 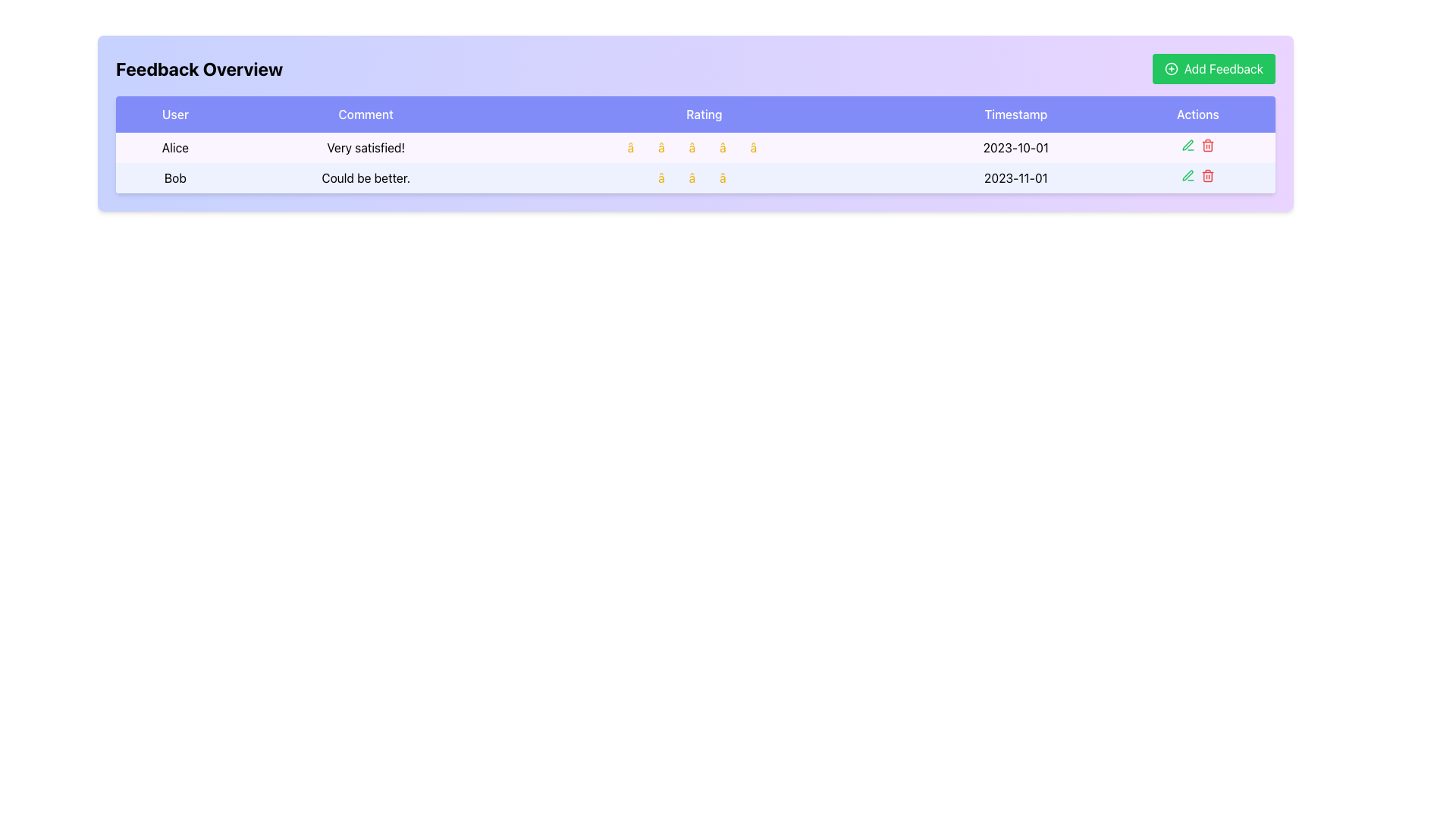 I want to click on the 'Add Feedback' button located in the top-right corner of the interface, which contains the Icon element (circle) as part of its graphic icon with a plus sign, so click(x=1170, y=69).